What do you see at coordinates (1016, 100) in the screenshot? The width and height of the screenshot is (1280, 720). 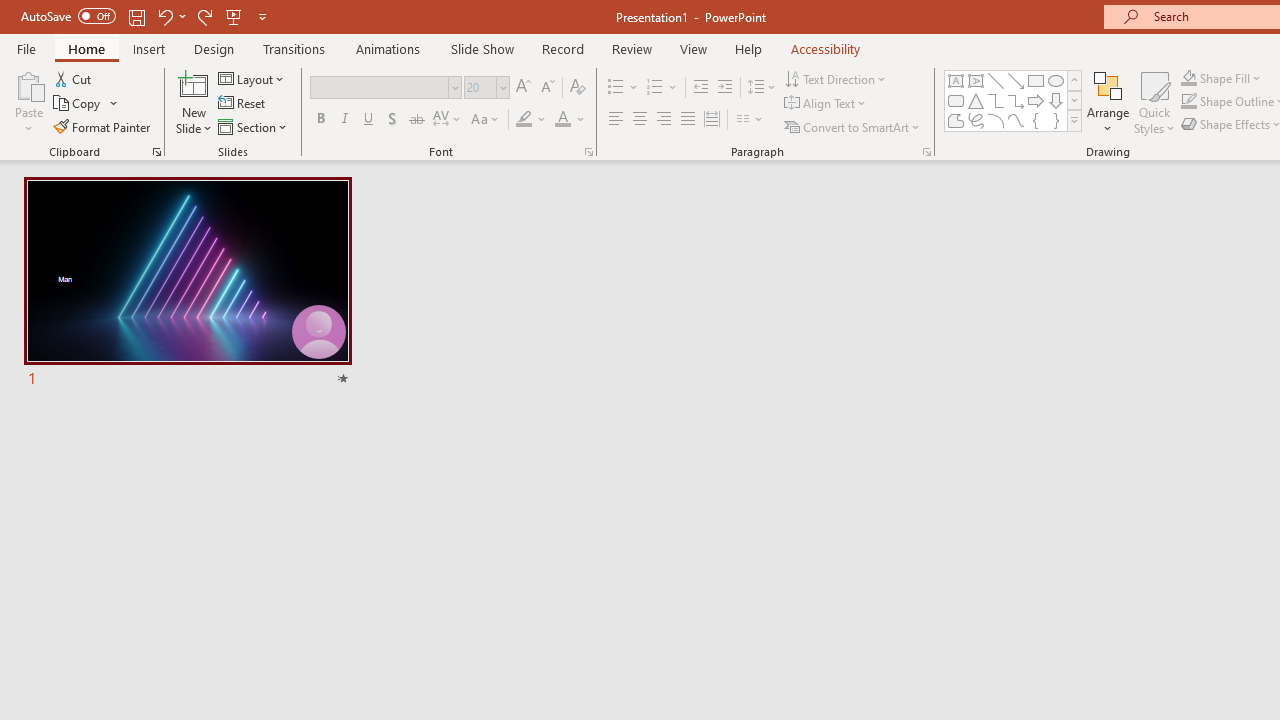 I see `'Connector: Elbow Arrow'` at bounding box center [1016, 100].